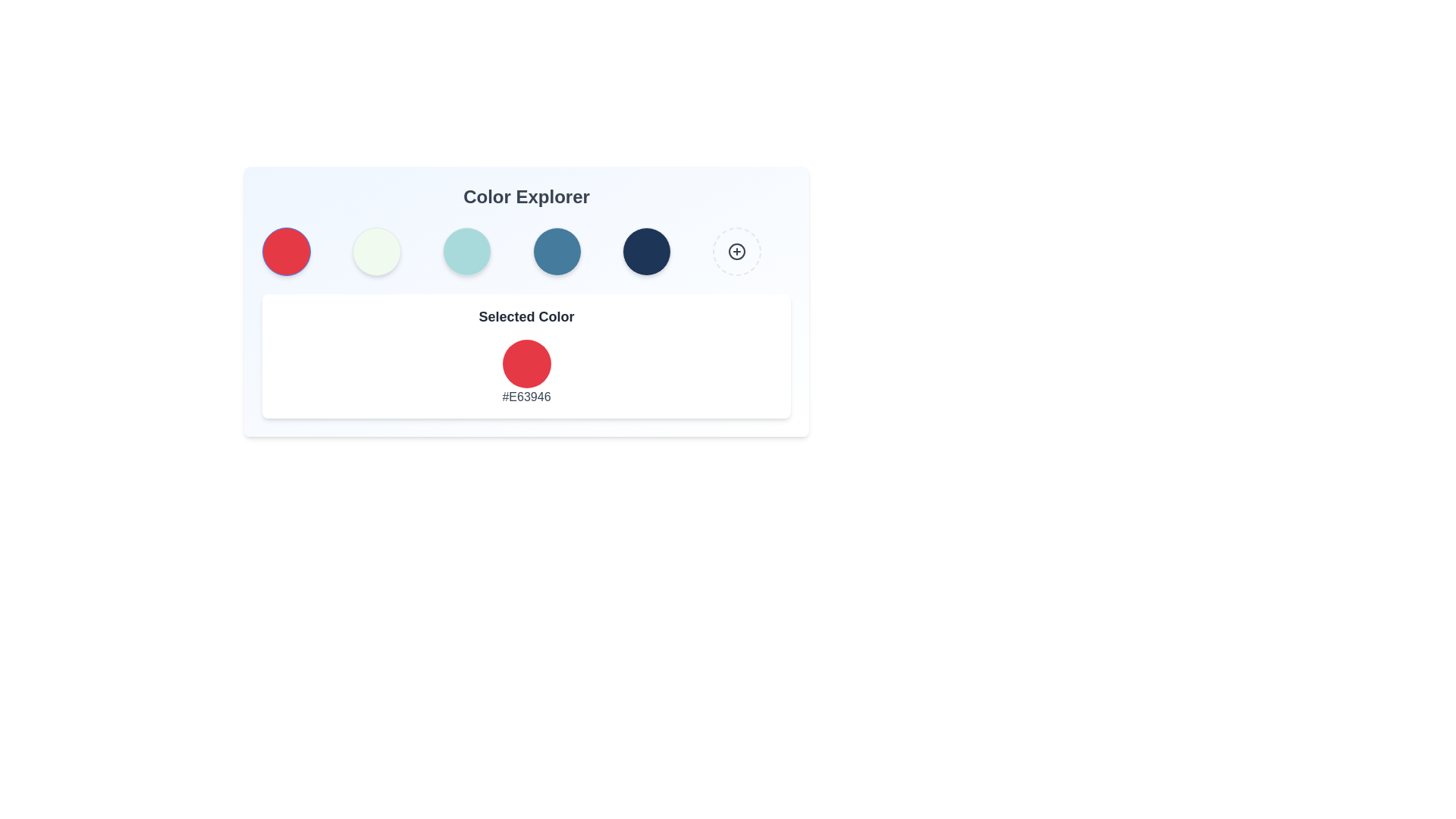 This screenshot has height=819, width=1456. I want to click on the soft green circular button located in the top center of the 'Color Explorer' dialog box, so click(376, 250).